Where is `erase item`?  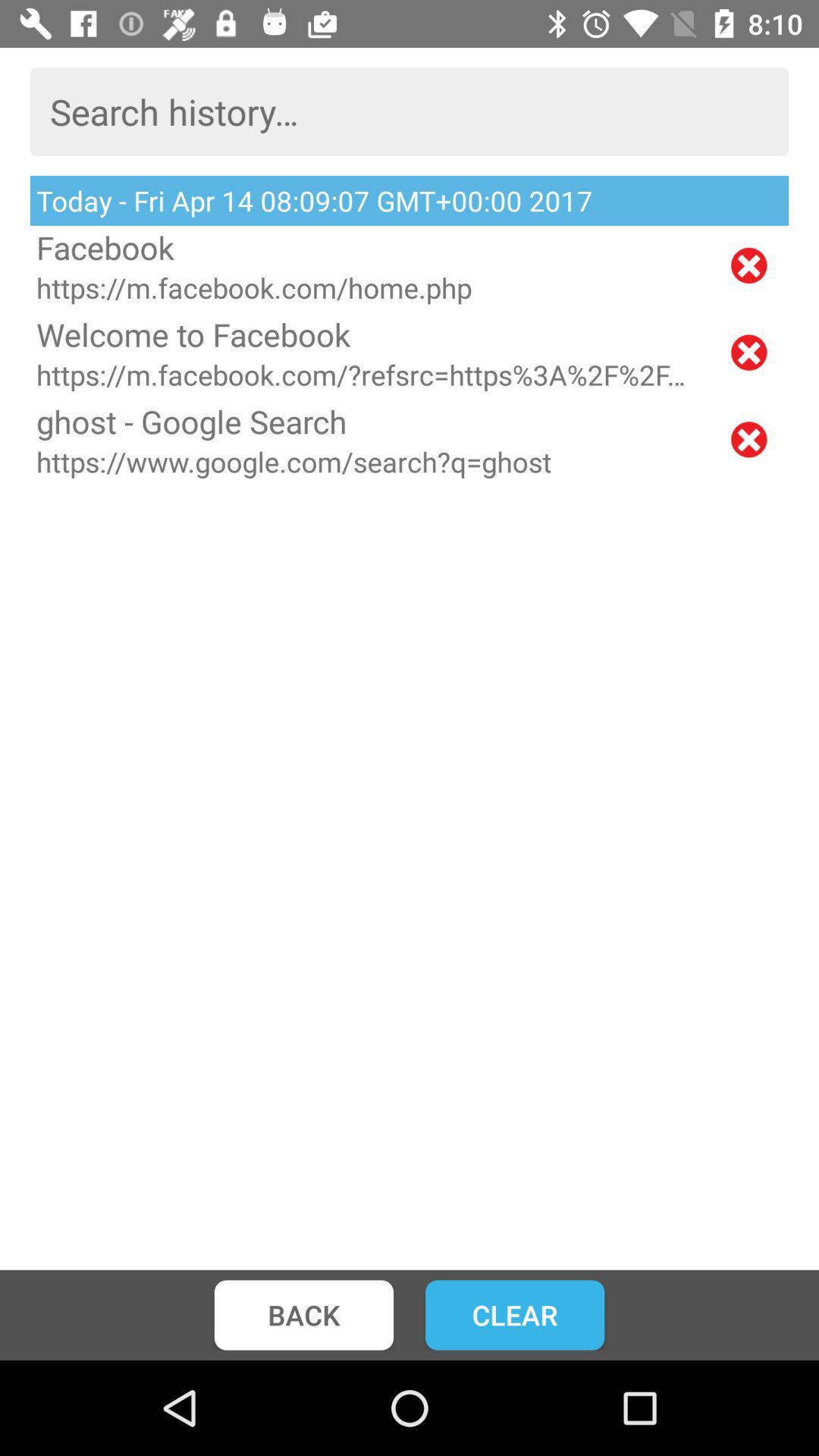
erase item is located at coordinates (748, 352).